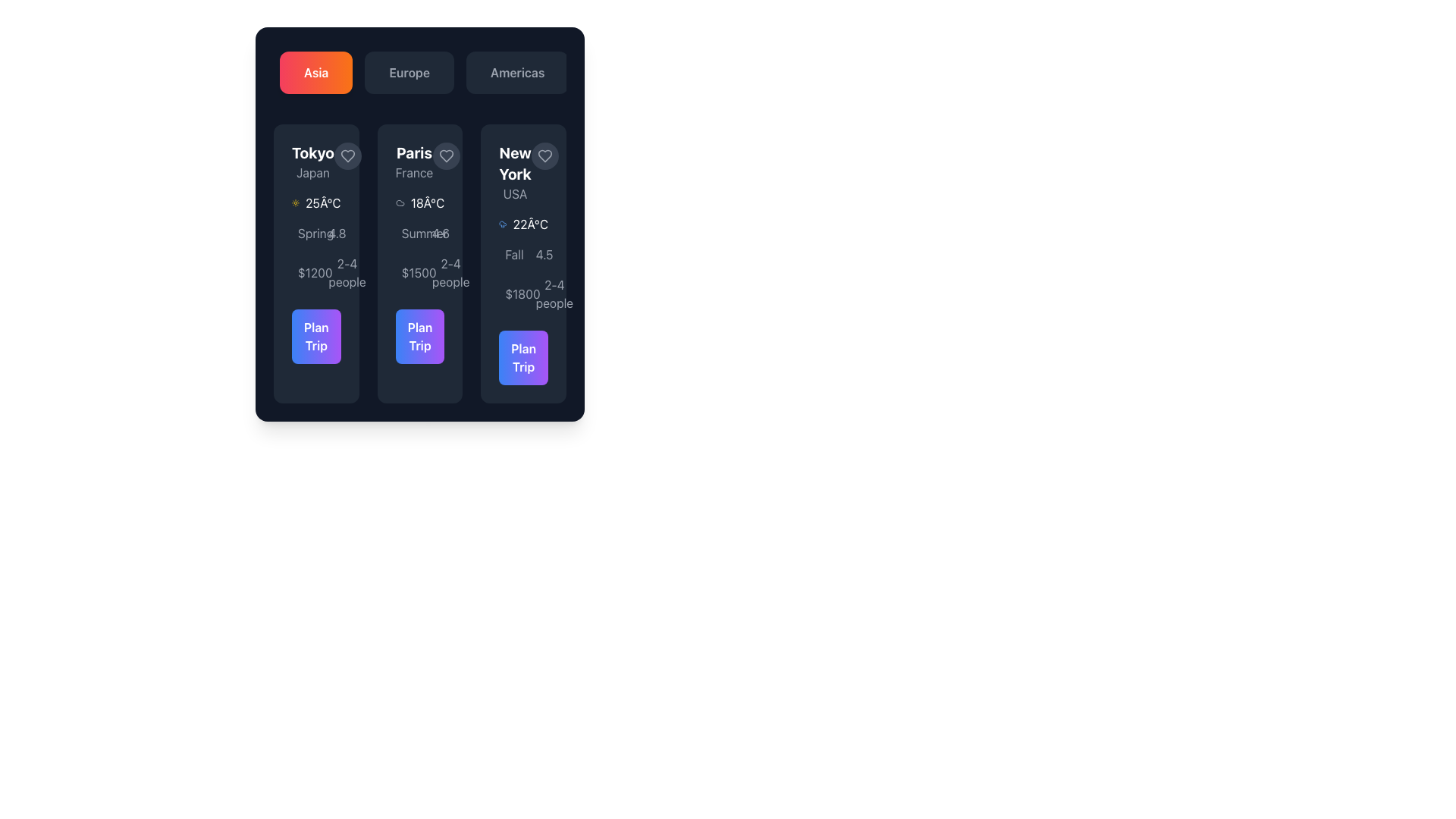 The height and width of the screenshot is (819, 1456). What do you see at coordinates (508, 253) in the screenshot?
I see `the static text label 'Fall' located under the 'New York USA' section in the 'Americas' tab, which is styled in gray and accompanied by a calendar icon` at bounding box center [508, 253].